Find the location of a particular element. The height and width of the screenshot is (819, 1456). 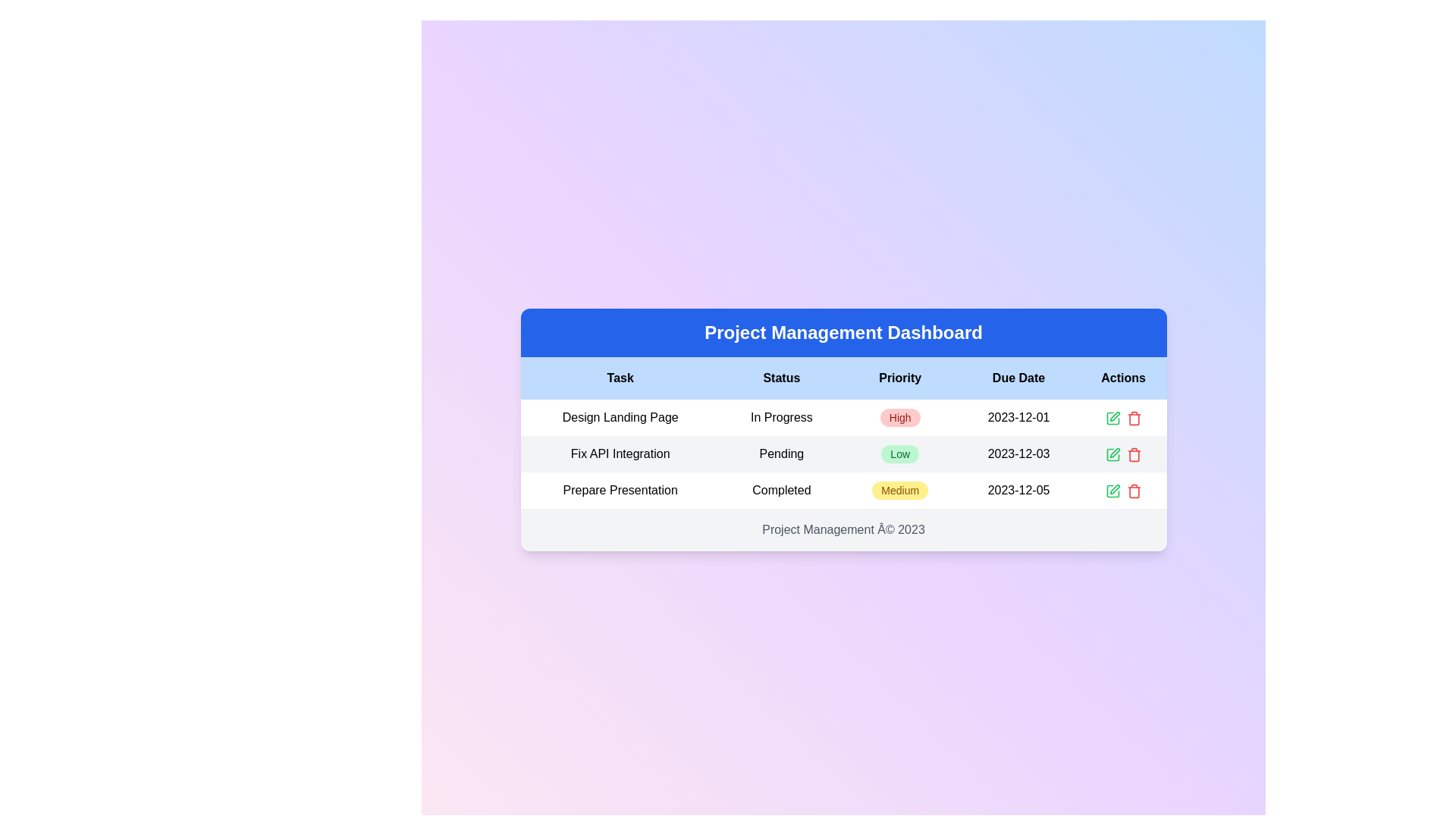

the Static Text element displaying '2023-12-01' in the 'Due Date' column of the table is located at coordinates (1018, 418).